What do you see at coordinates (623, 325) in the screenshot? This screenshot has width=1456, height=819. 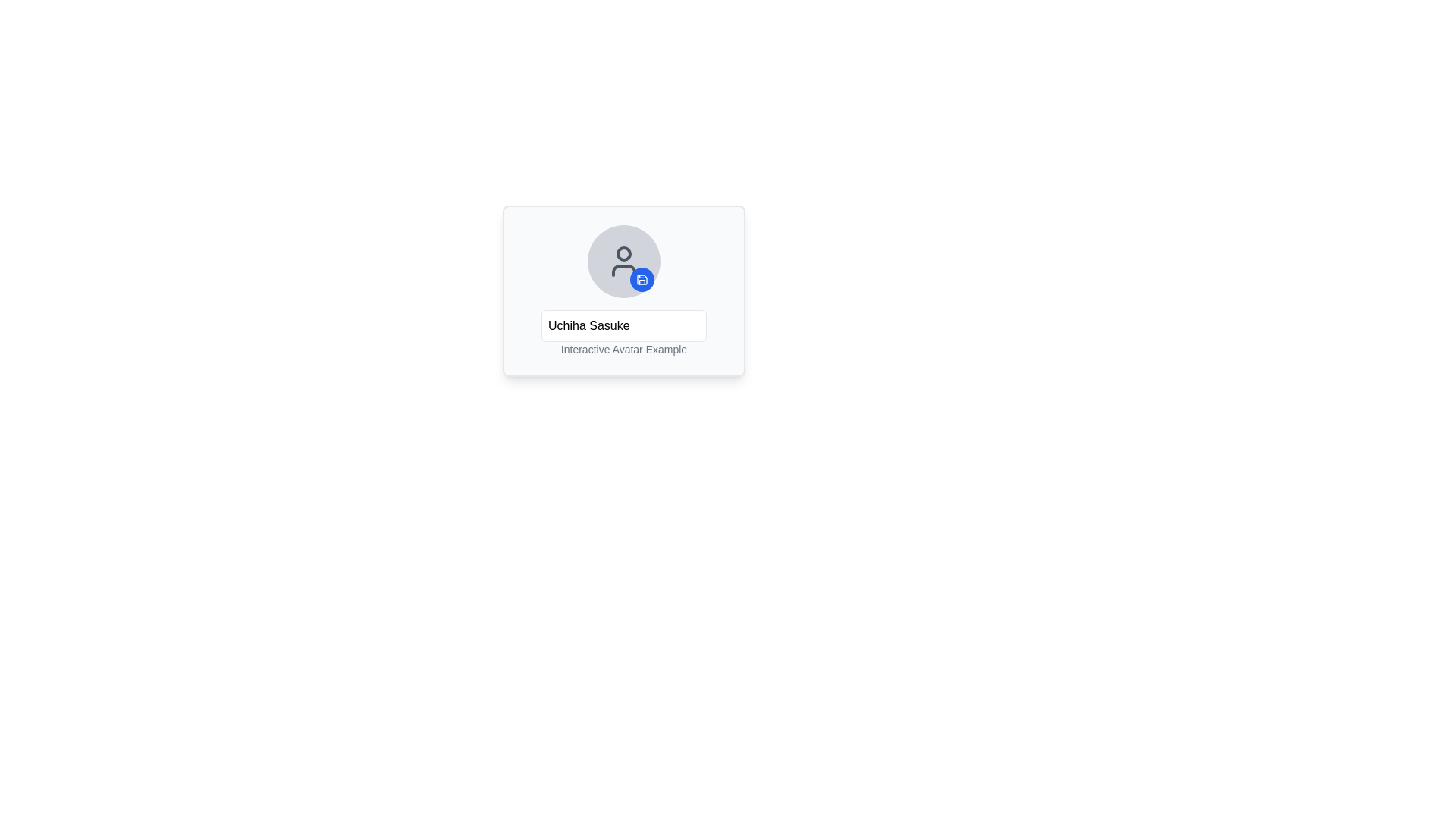 I see `the Text Display Box that displays the name 'Uchiha Sasuke'` at bounding box center [623, 325].